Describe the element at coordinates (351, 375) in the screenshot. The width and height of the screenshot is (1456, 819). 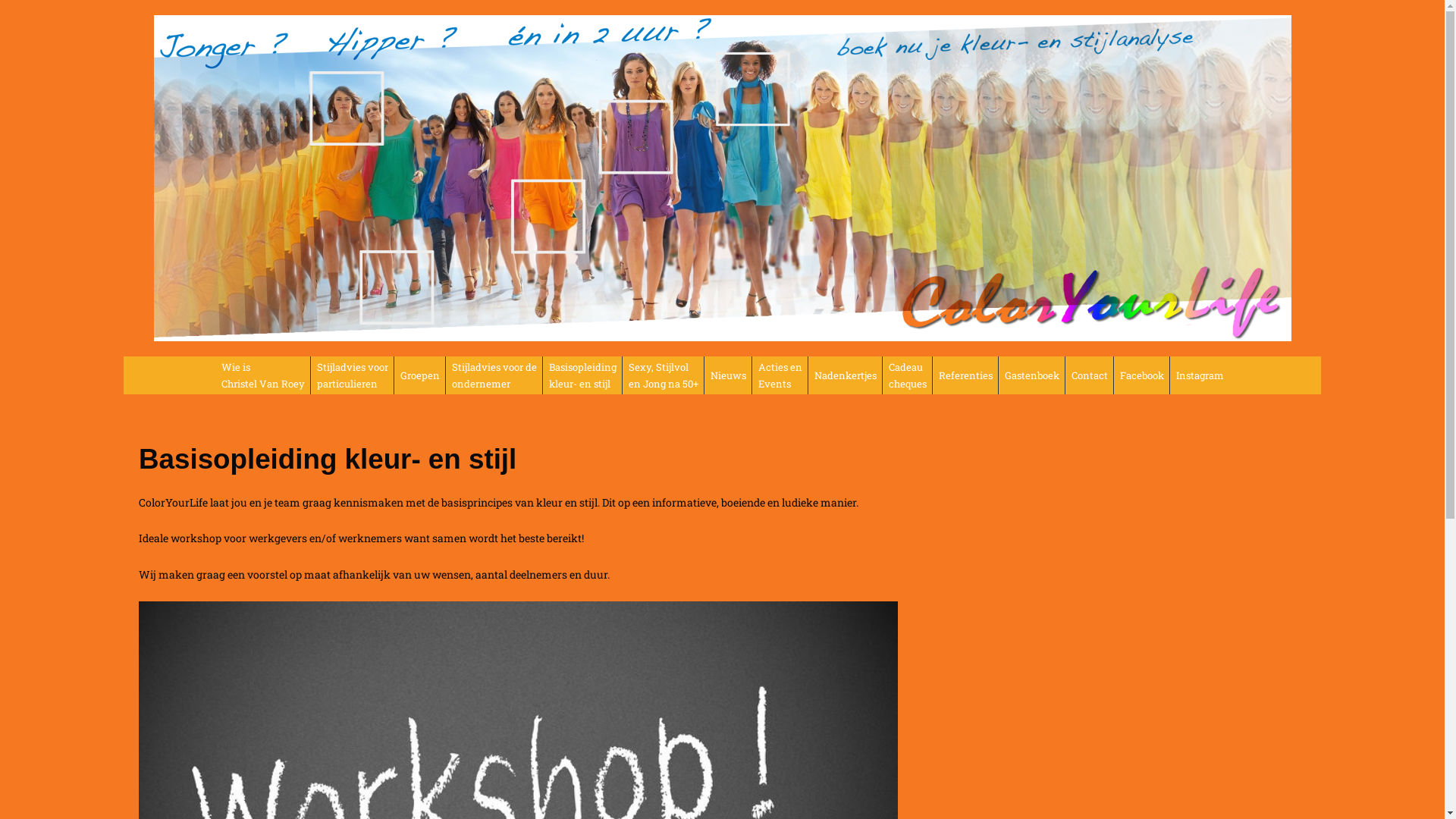
I see `'Stijladvies voor` at that location.